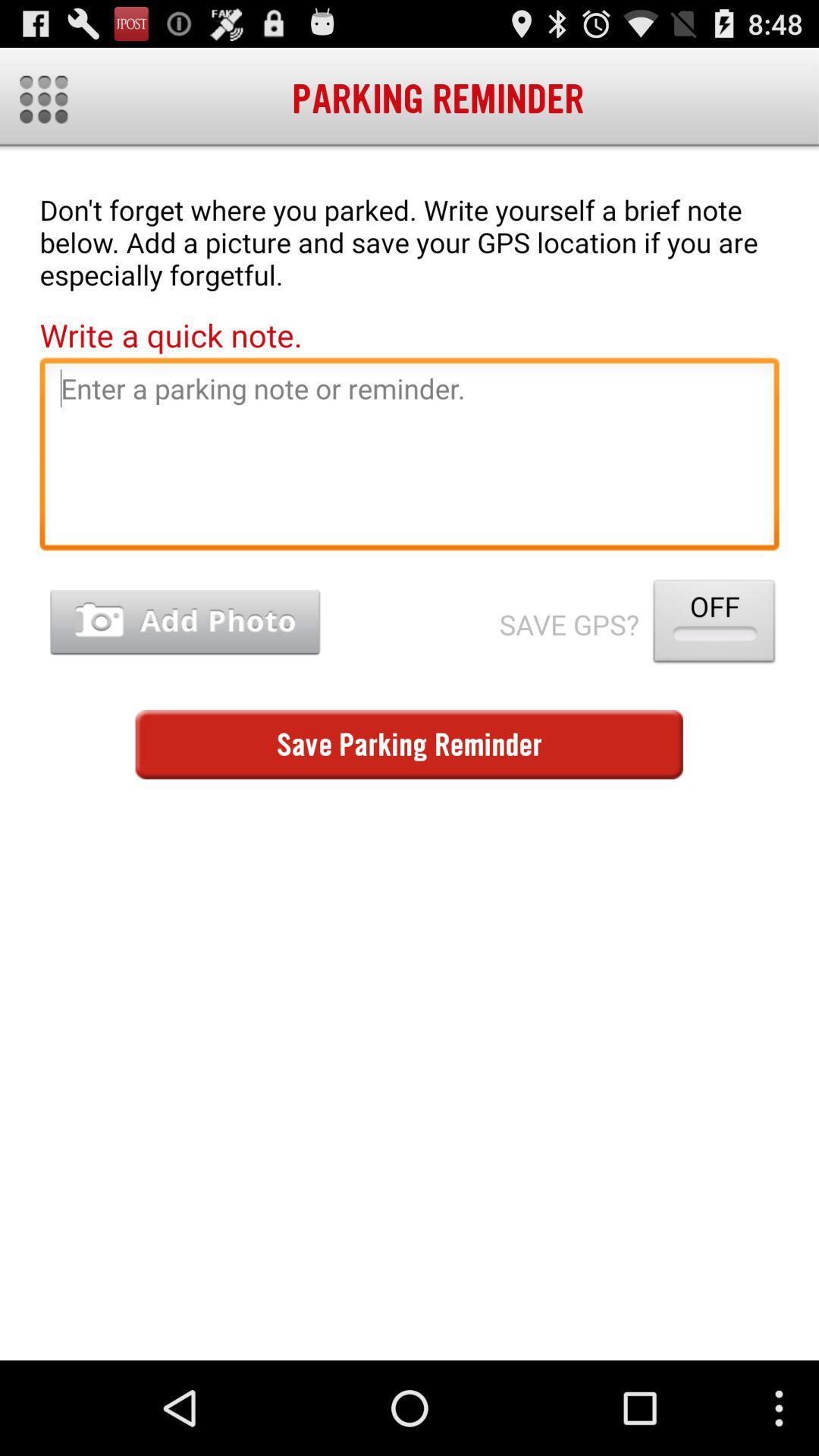 This screenshot has height=1456, width=819. What do you see at coordinates (714, 624) in the screenshot?
I see `the button above save parking reminder button` at bounding box center [714, 624].